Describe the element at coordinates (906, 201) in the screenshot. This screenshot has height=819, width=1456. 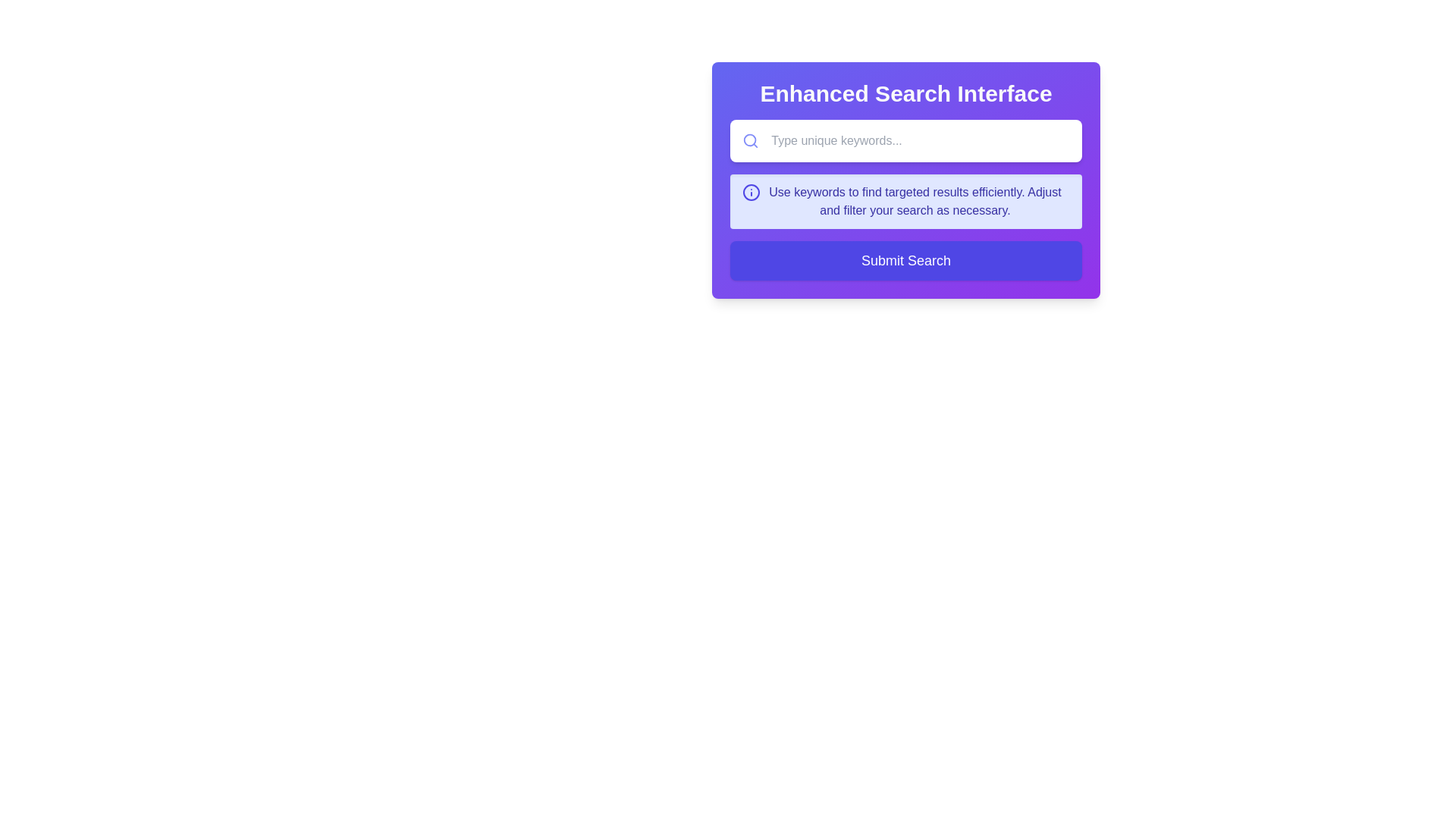
I see `text content of the Informational Panel located directly below the text input field and above the 'Submit Search' button` at that location.